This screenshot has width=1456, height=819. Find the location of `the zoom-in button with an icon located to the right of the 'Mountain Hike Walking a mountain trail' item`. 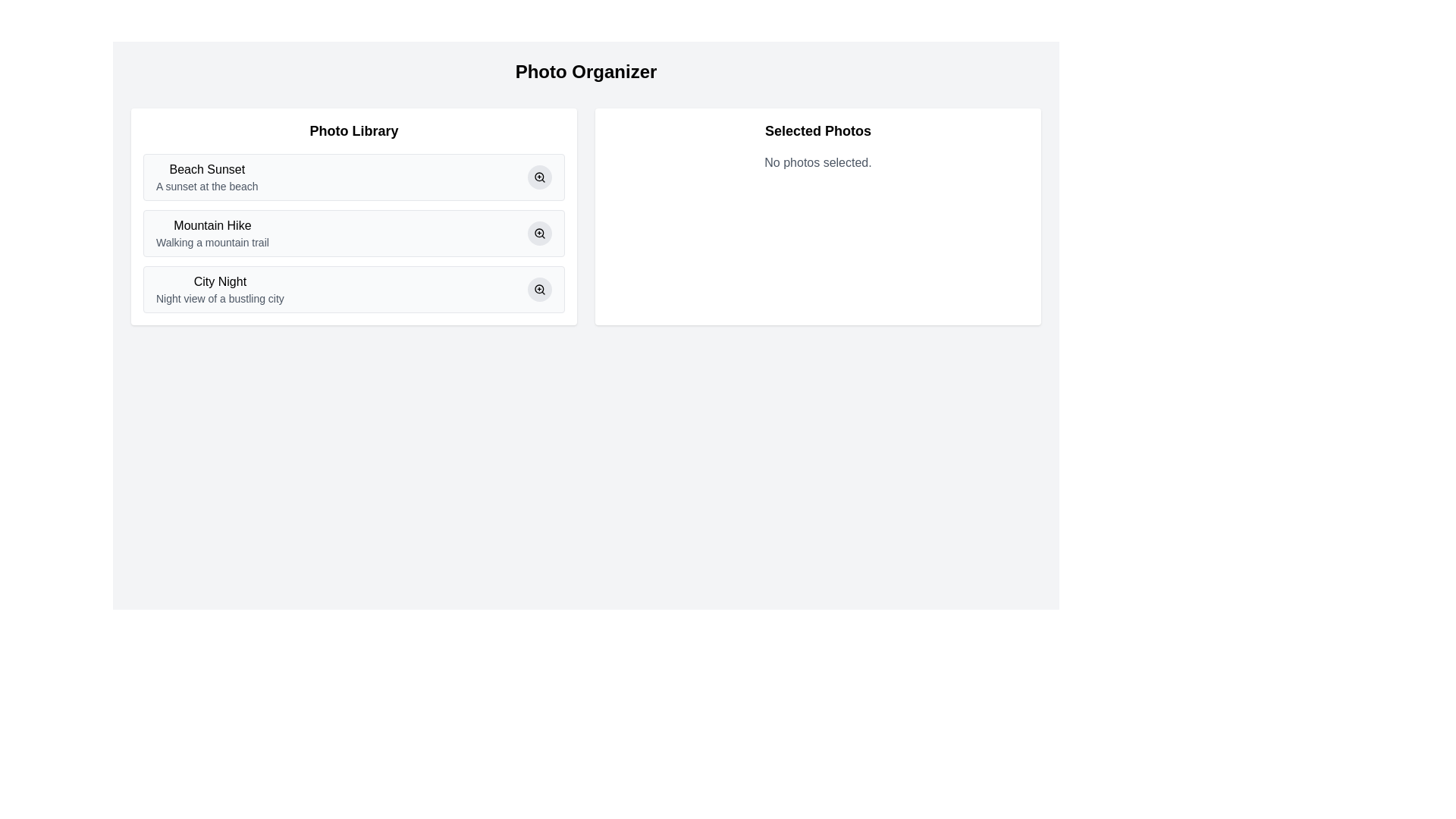

the zoom-in button with an icon located to the right of the 'Mountain Hike Walking a mountain trail' item is located at coordinates (539, 234).